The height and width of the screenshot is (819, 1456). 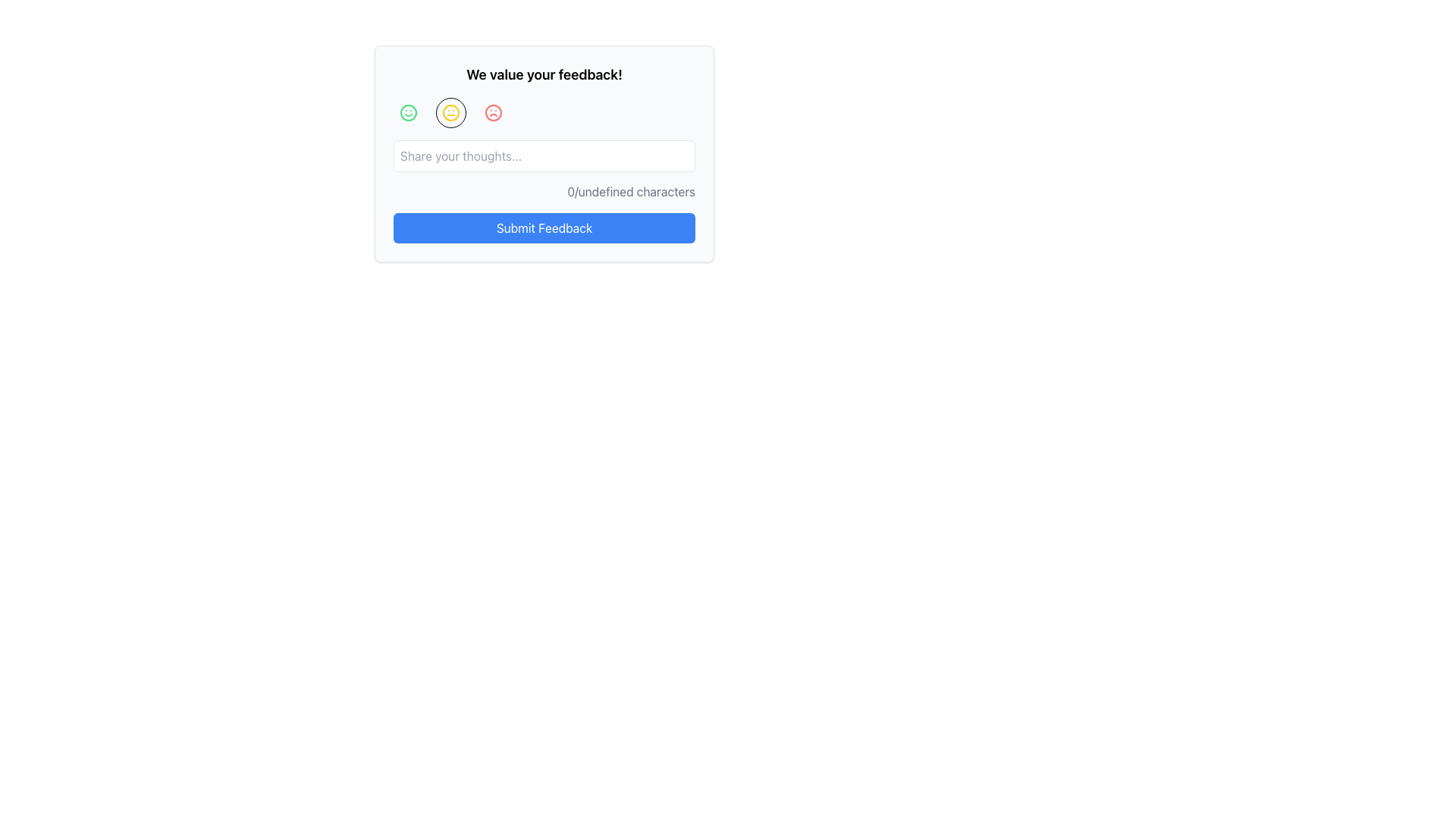 What do you see at coordinates (494, 112) in the screenshot?
I see `the circular SVG graphic representing the outline of a sad feedback icon, which is the third icon in the horizontal sequence of feedback icons` at bounding box center [494, 112].